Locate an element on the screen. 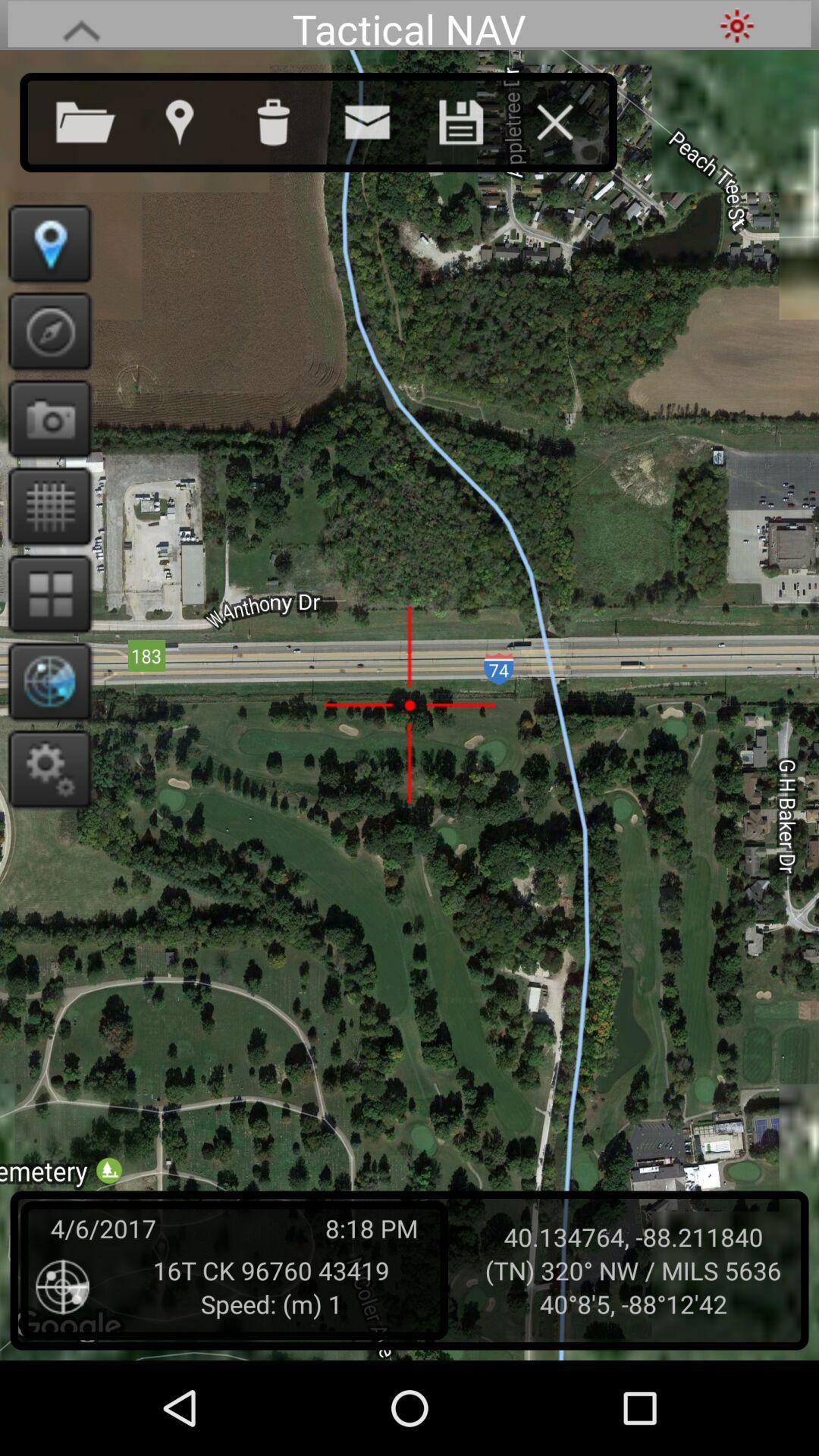 The width and height of the screenshot is (819, 1456). file browser is located at coordinates (101, 118).